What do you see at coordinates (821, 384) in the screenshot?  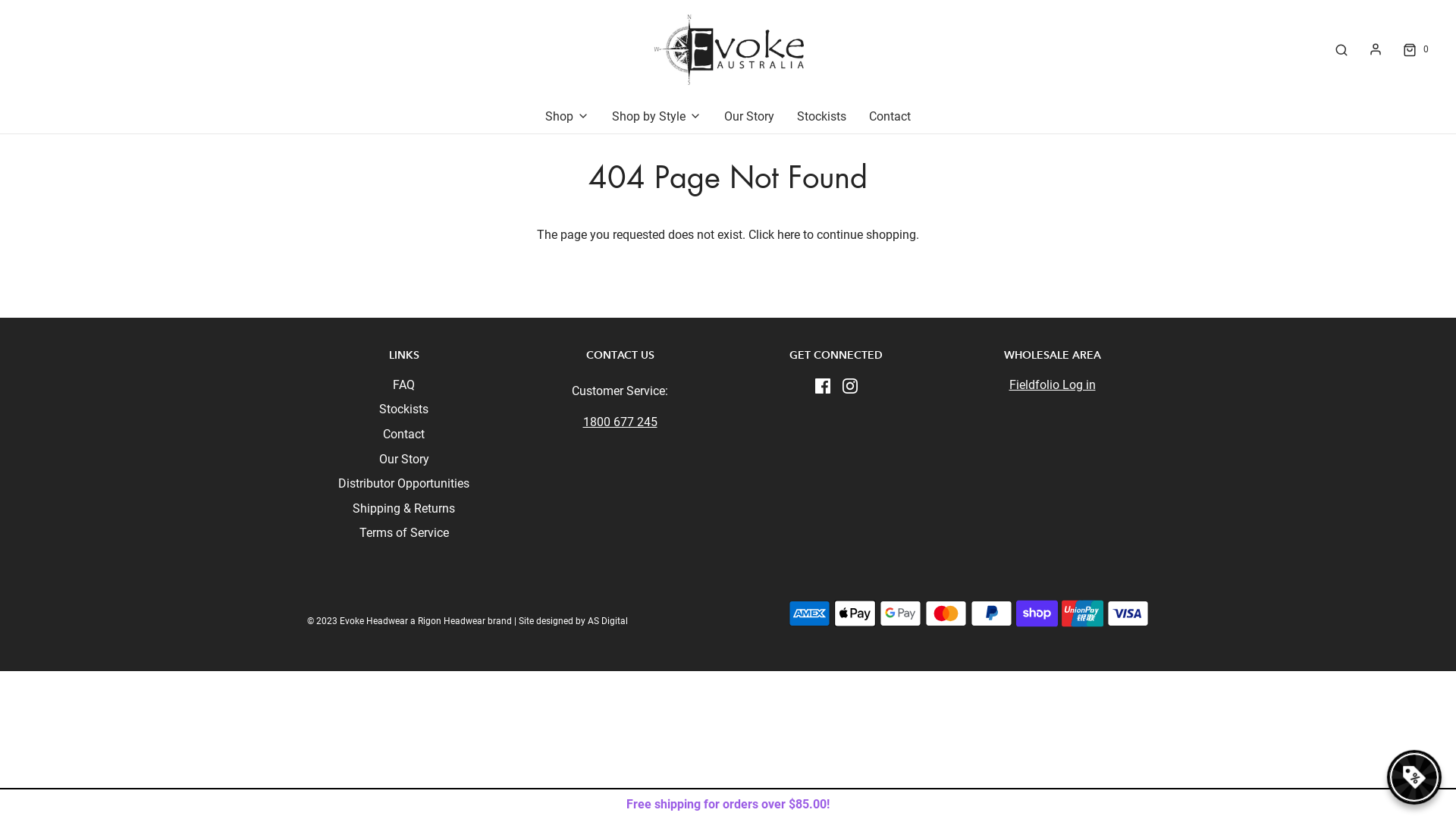 I see `'Facebook icon'` at bounding box center [821, 384].